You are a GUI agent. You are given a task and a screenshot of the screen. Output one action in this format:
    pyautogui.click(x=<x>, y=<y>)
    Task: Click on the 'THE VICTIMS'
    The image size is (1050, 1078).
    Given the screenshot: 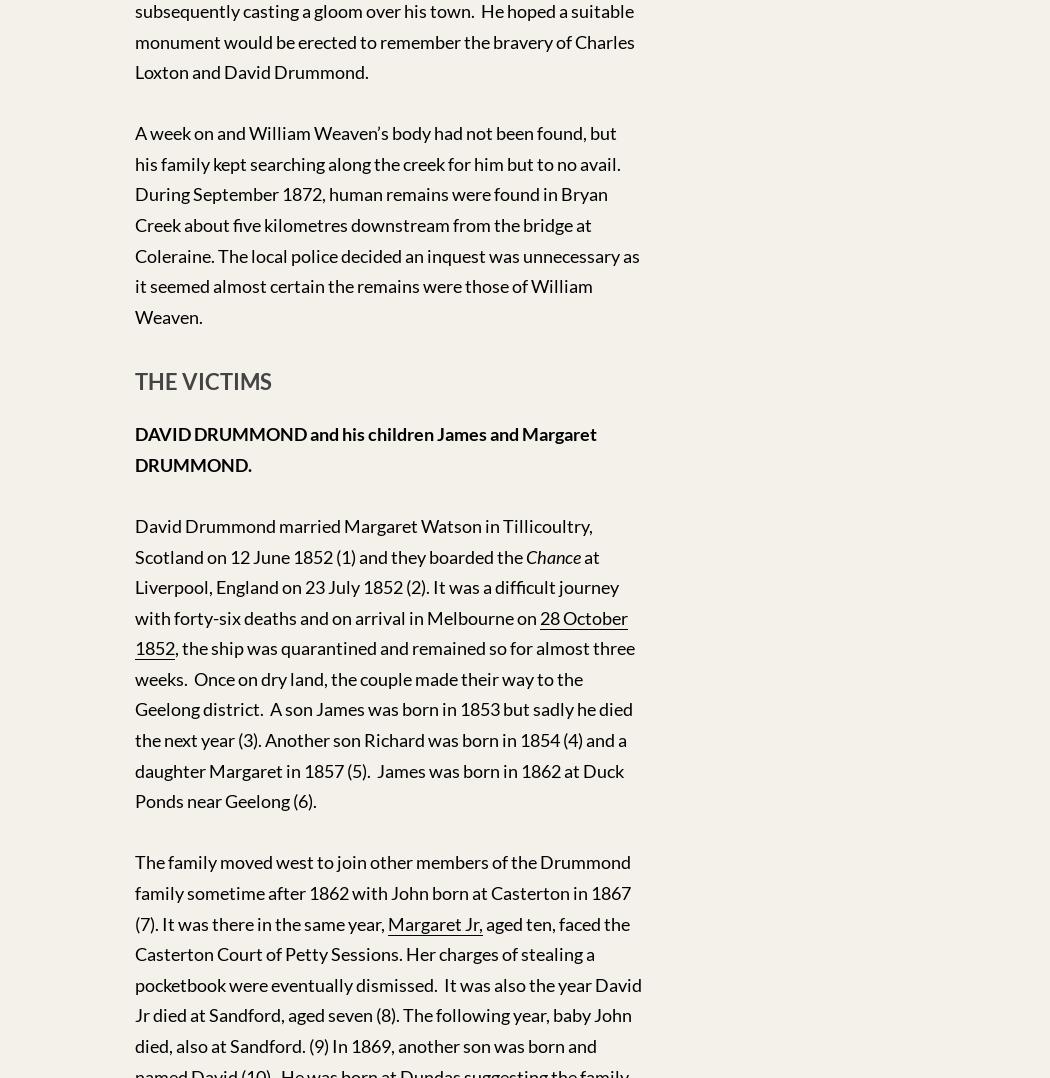 What is the action you would take?
    pyautogui.click(x=134, y=381)
    